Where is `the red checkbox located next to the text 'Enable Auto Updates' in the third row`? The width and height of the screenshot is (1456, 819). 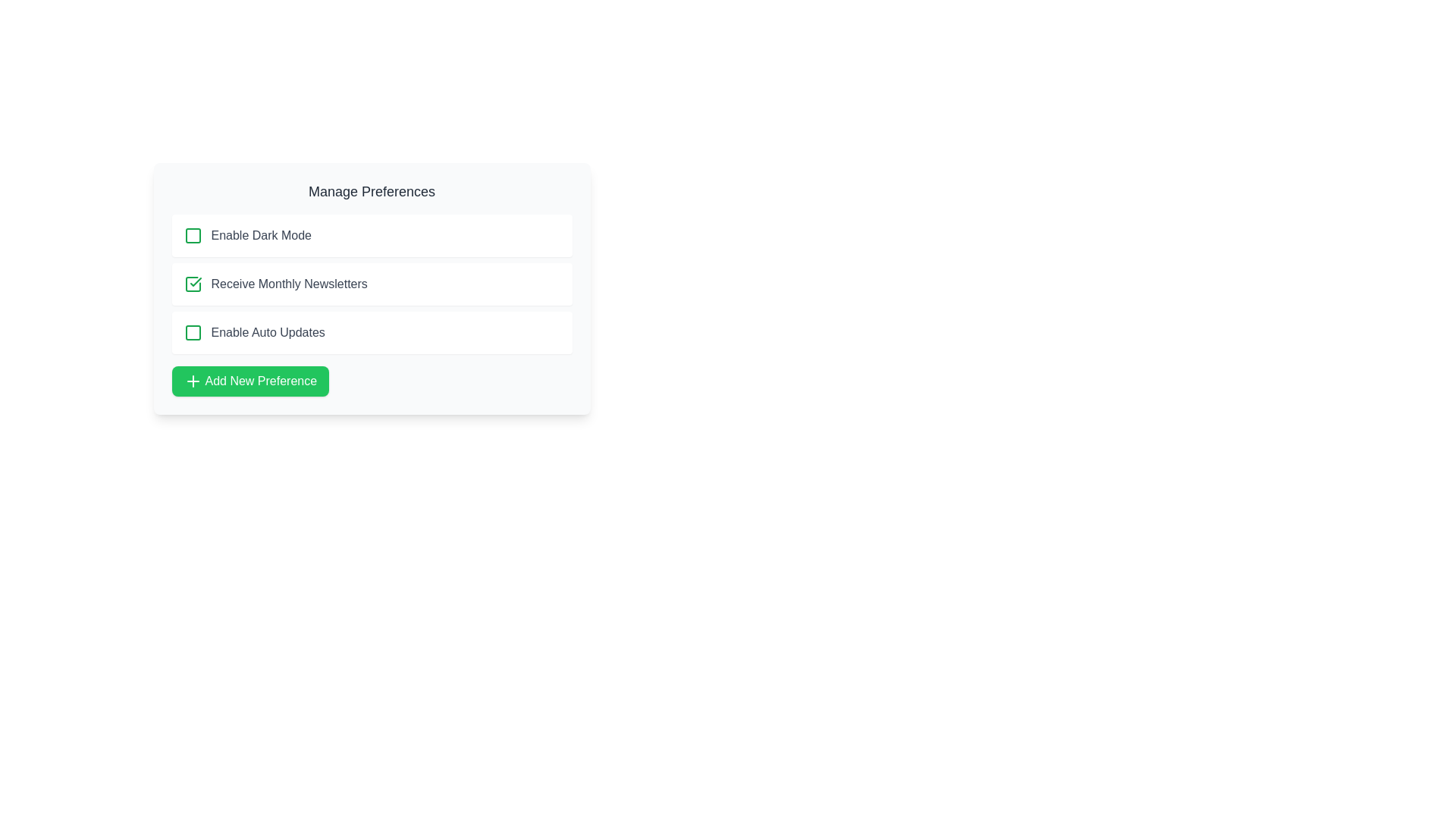
the red checkbox located next to the text 'Enable Auto Updates' in the third row is located at coordinates (192, 332).